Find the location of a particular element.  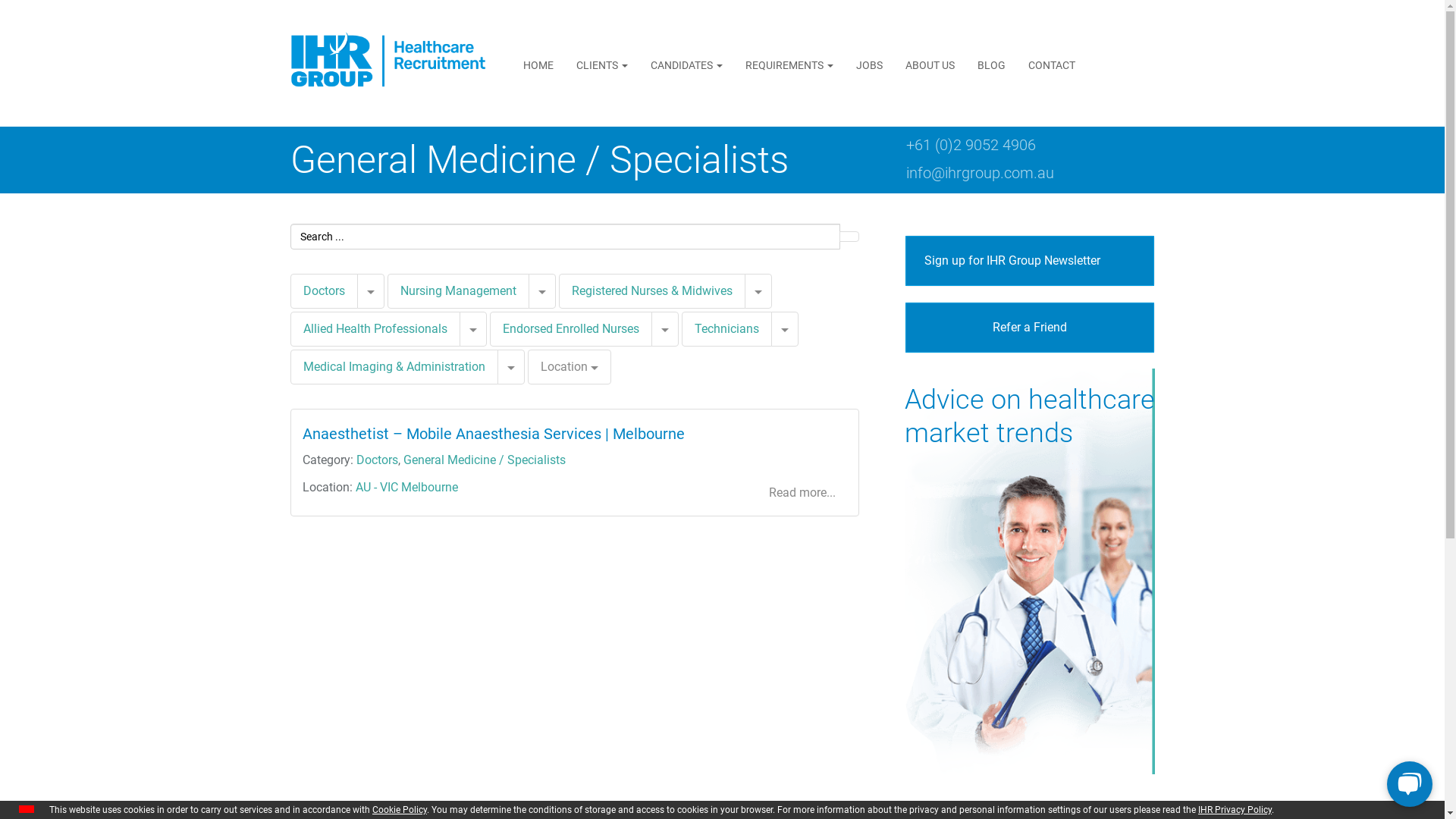

'info@ihrgroup.com.au' is located at coordinates (979, 171).